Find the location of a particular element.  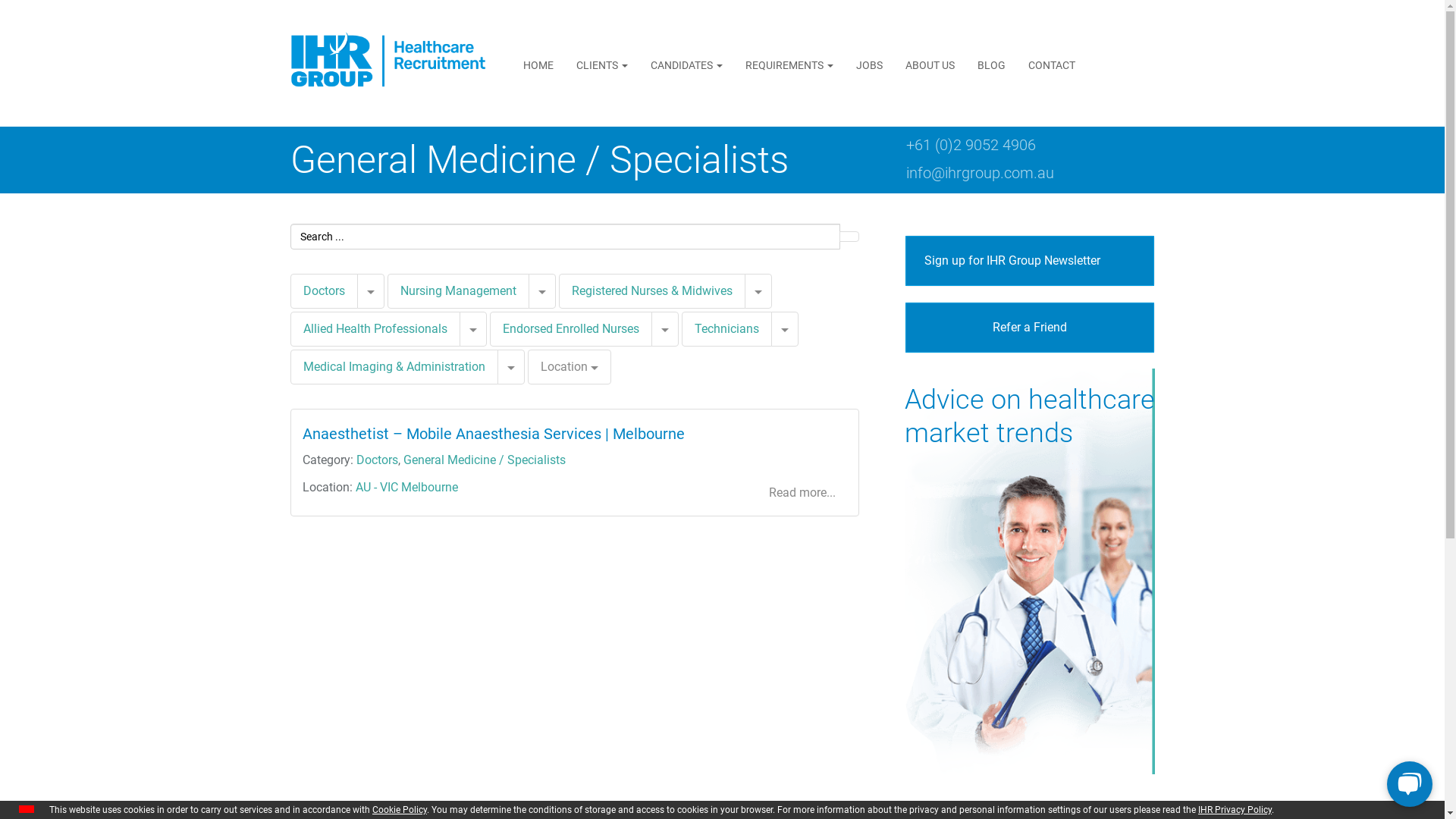

'info@ihrgroup.com.au' is located at coordinates (979, 171).